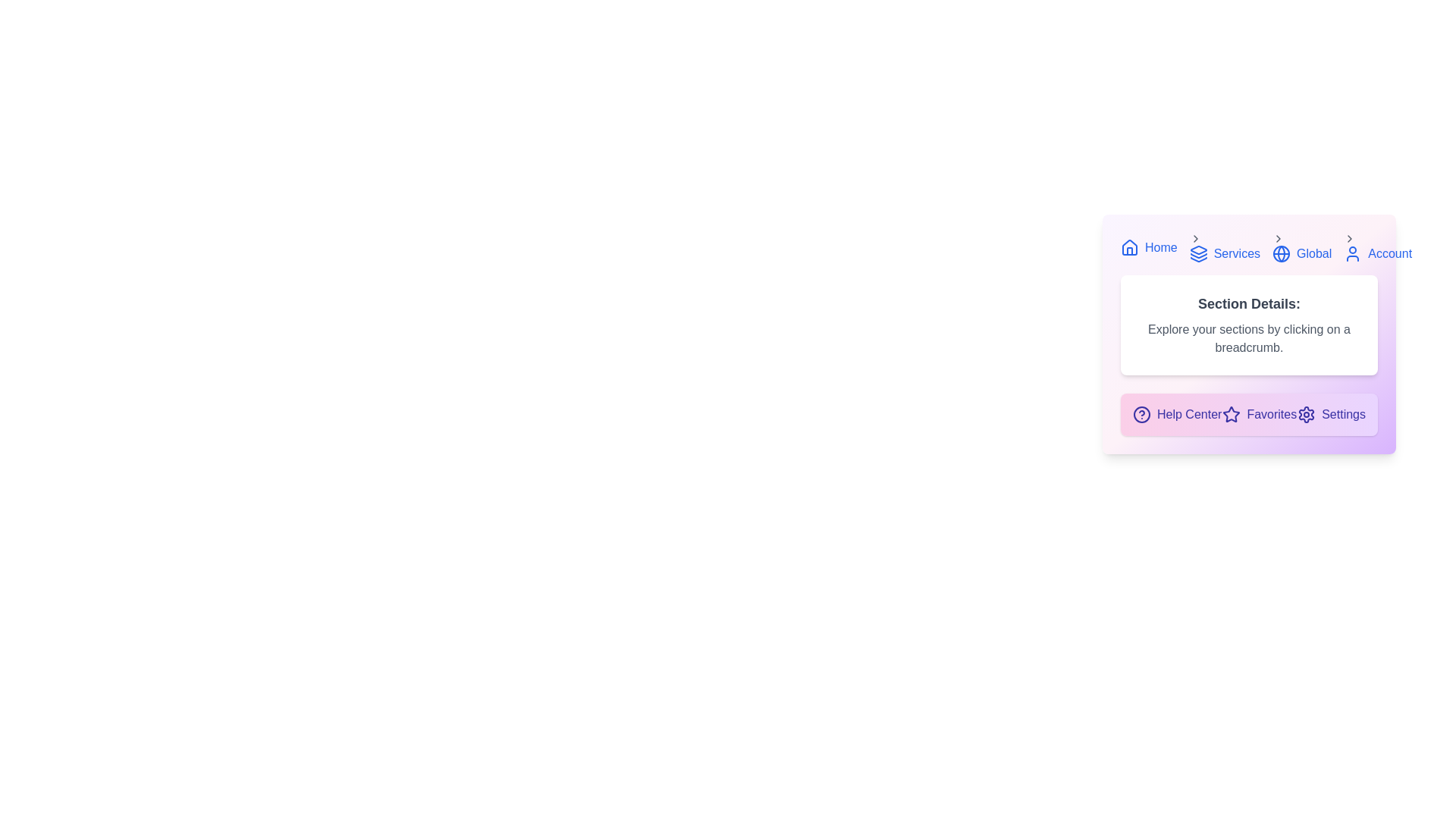  Describe the element at coordinates (1232, 414) in the screenshot. I see `the star-shaped icon in the bottom button row` at that location.